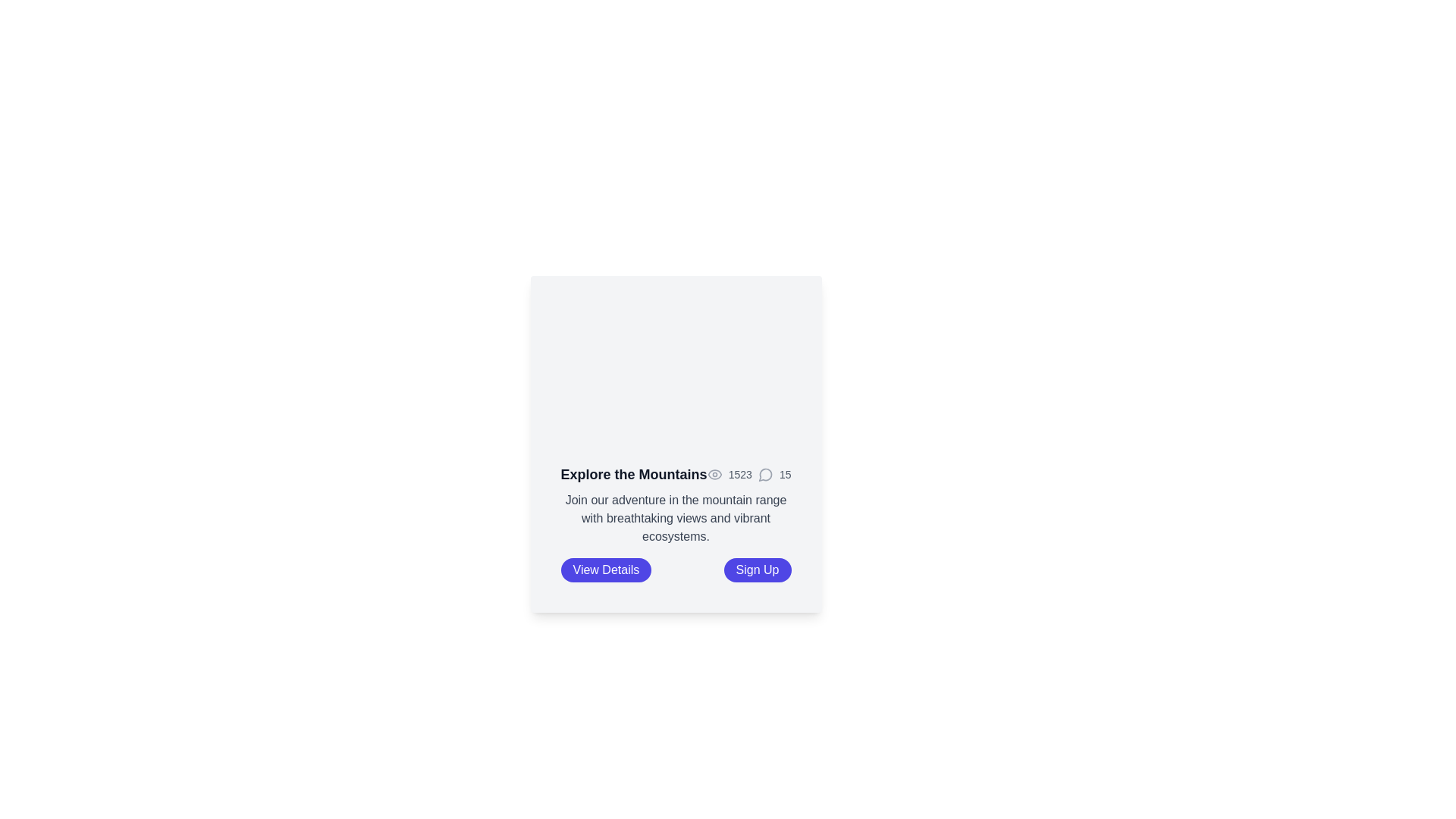  Describe the element at coordinates (740, 473) in the screenshot. I see `the static text label that serves as a numerical counter, positioned between an eye icon on the left and a speech bubble icon with the number '15' on the right, located in the upper-right part of the card-like interface` at that location.